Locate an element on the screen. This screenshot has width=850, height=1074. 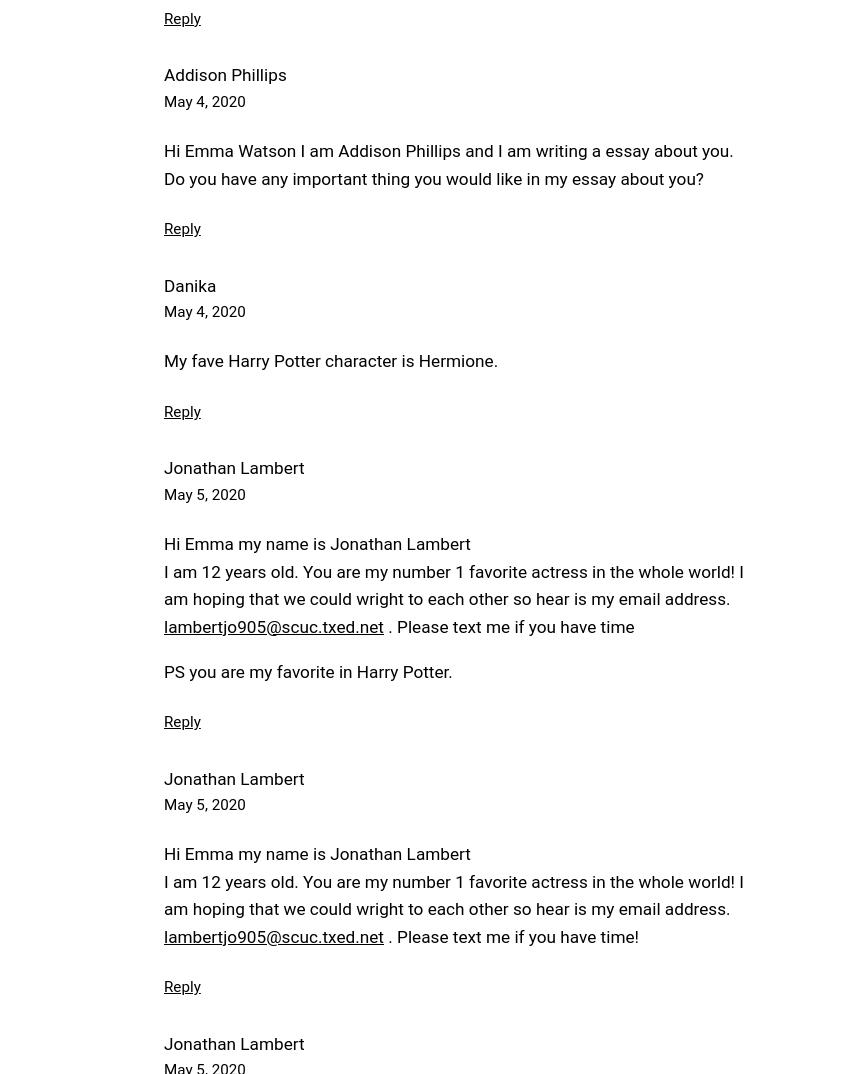
'. Please text me if you have time!' is located at coordinates (382, 935).